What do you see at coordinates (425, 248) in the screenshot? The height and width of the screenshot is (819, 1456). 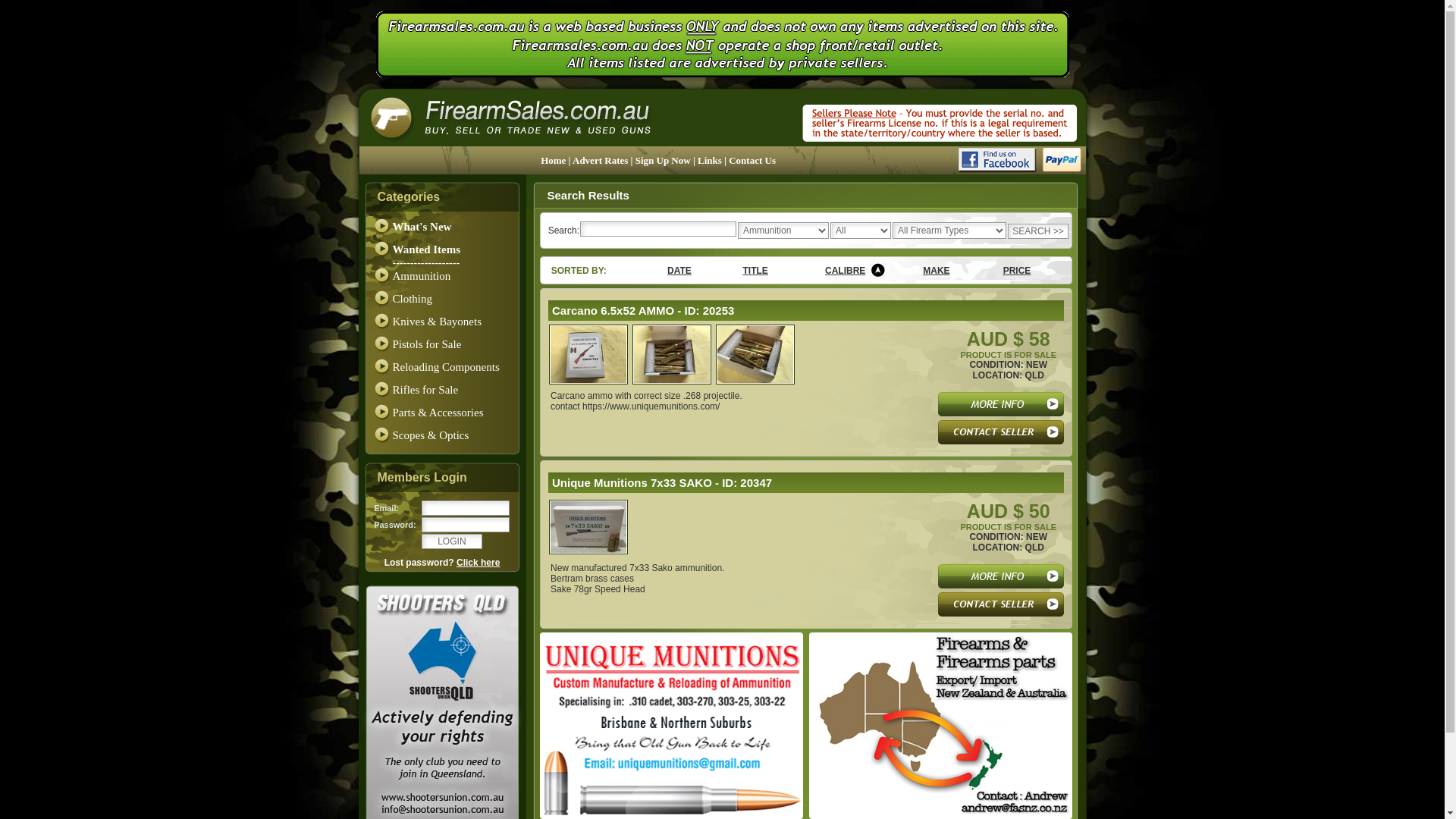 I see `'Wanted Items'` at bounding box center [425, 248].